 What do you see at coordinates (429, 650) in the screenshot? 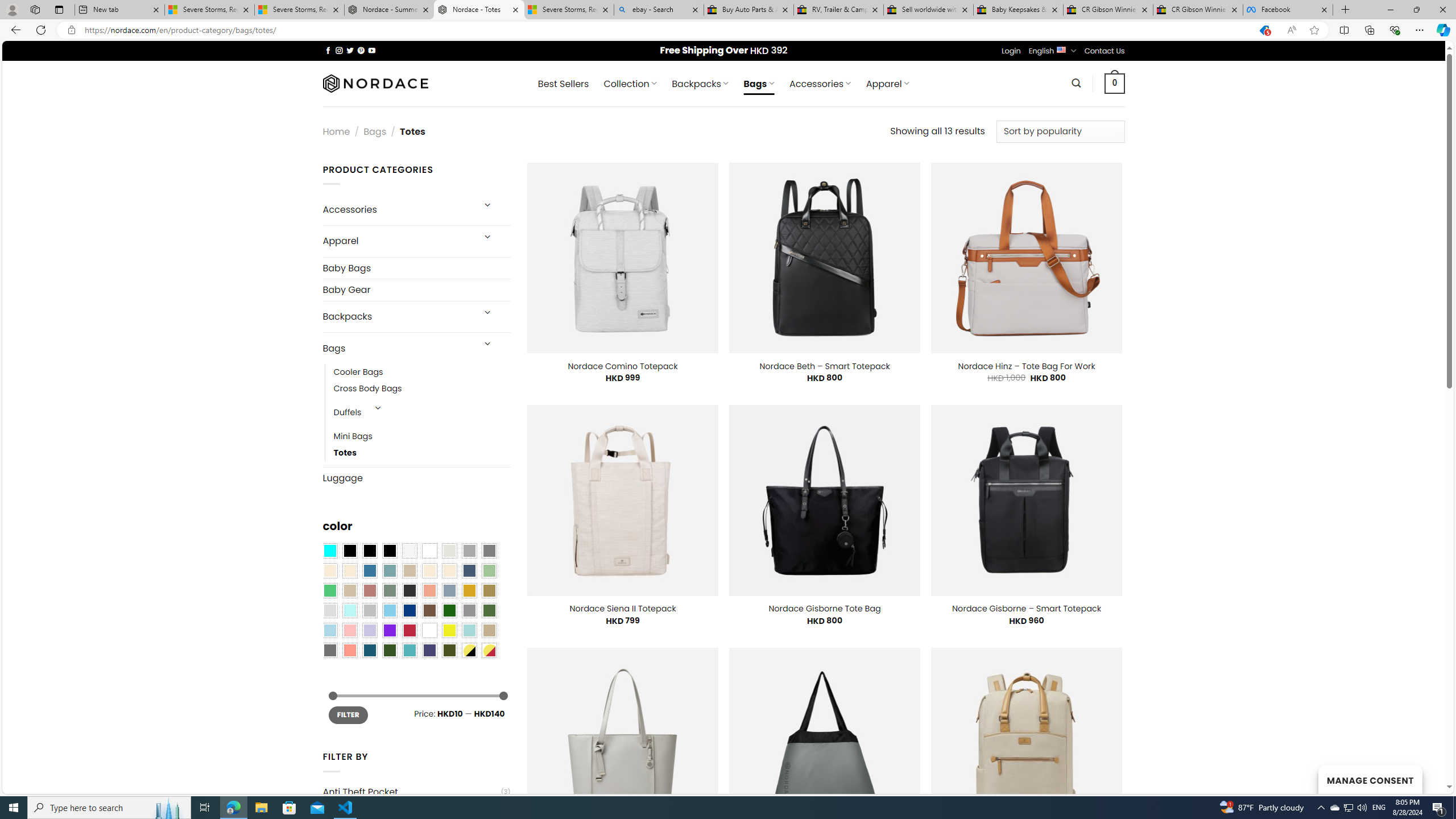
I see `'Purple Navy'` at bounding box center [429, 650].